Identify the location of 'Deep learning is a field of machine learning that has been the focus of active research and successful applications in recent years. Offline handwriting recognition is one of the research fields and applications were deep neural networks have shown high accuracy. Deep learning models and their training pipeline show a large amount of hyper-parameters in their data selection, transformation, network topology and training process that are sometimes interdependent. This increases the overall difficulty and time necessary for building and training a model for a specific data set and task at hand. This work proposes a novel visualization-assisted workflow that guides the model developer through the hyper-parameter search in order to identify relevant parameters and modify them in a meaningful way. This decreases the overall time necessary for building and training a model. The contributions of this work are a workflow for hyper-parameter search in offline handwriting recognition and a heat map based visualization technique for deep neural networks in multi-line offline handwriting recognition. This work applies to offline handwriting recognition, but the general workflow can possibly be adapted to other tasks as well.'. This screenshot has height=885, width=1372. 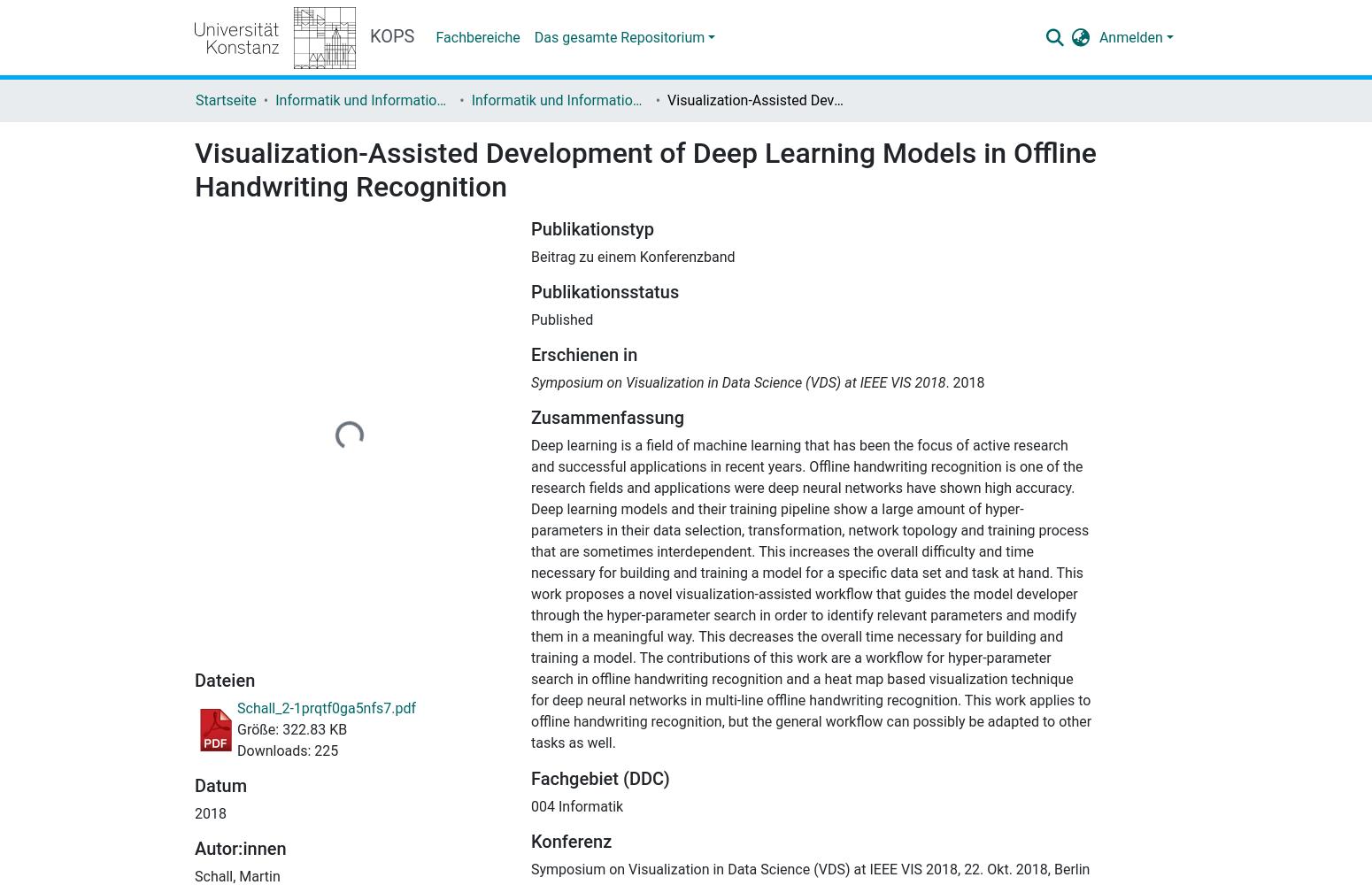
(811, 593).